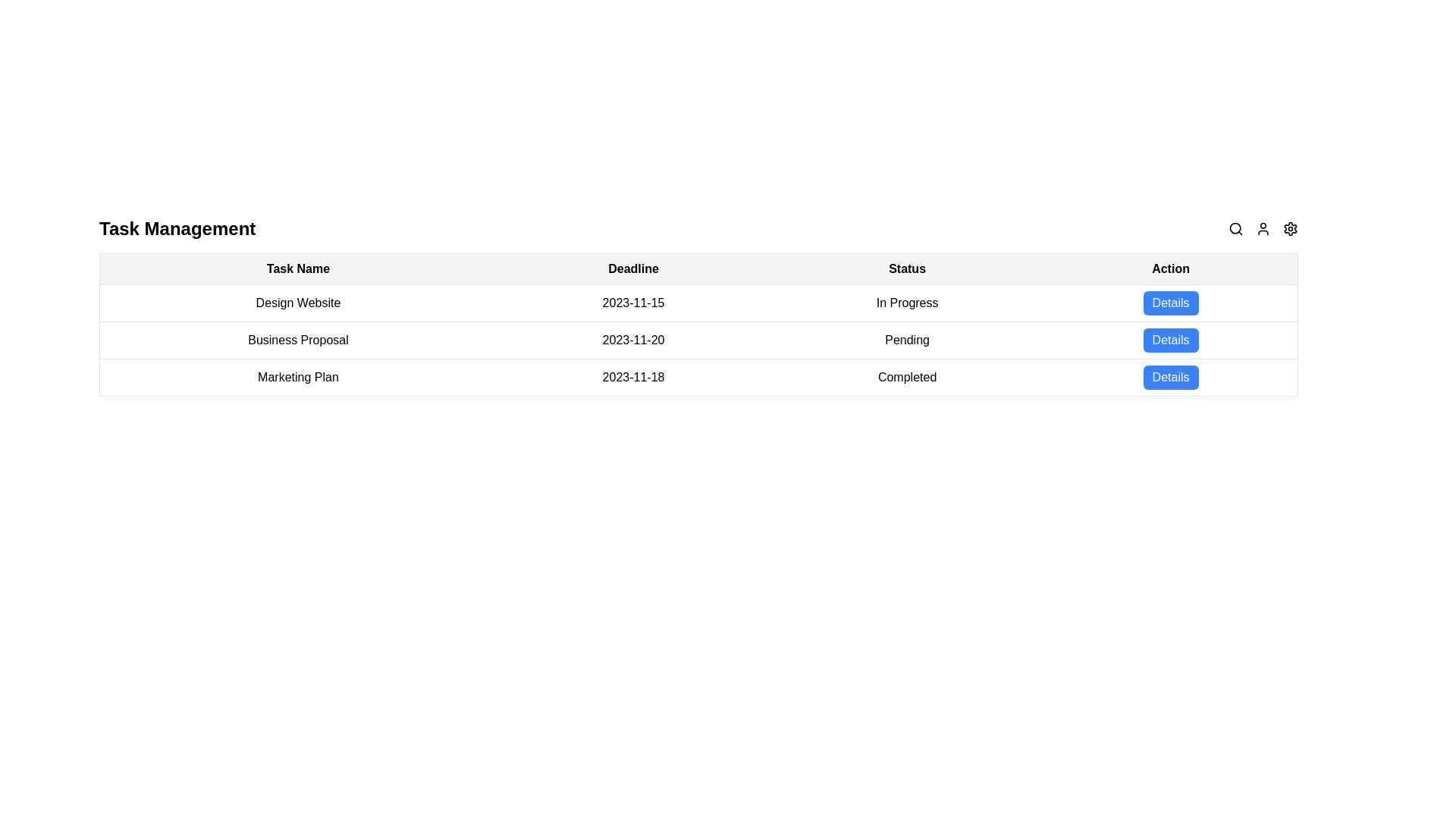 This screenshot has width=1456, height=819. I want to click on the table cell displaying the text '2023-11-18' under the 'Deadline' column, which is located in the third row of the table, so click(633, 376).